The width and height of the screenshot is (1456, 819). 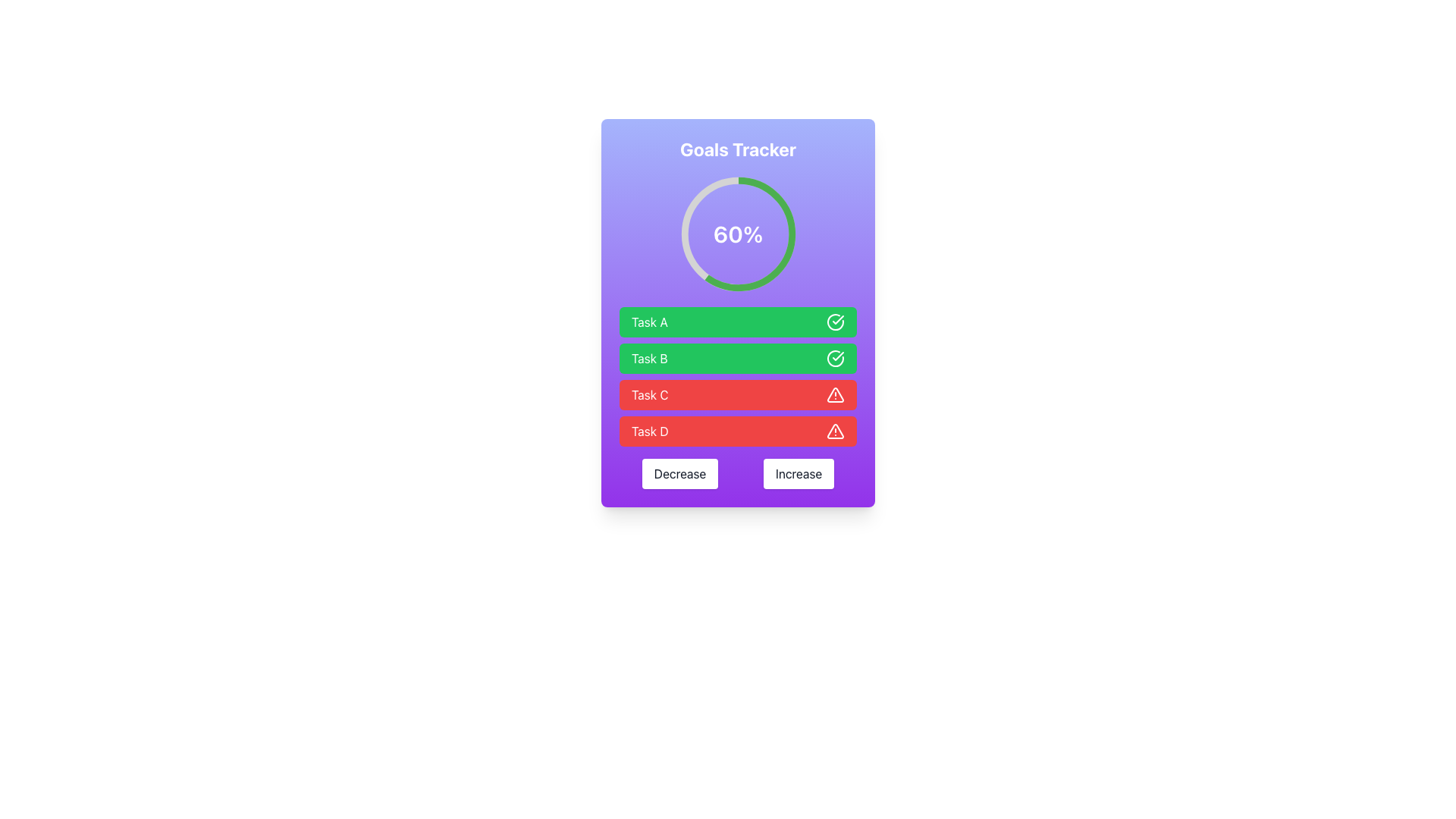 What do you see at coordinates (798, 472) in the screenshot?
I see `the 'Increase' button located at the bottom center of the interface, to the right of the 'Decrease' button` at bounding box center [798, 472].